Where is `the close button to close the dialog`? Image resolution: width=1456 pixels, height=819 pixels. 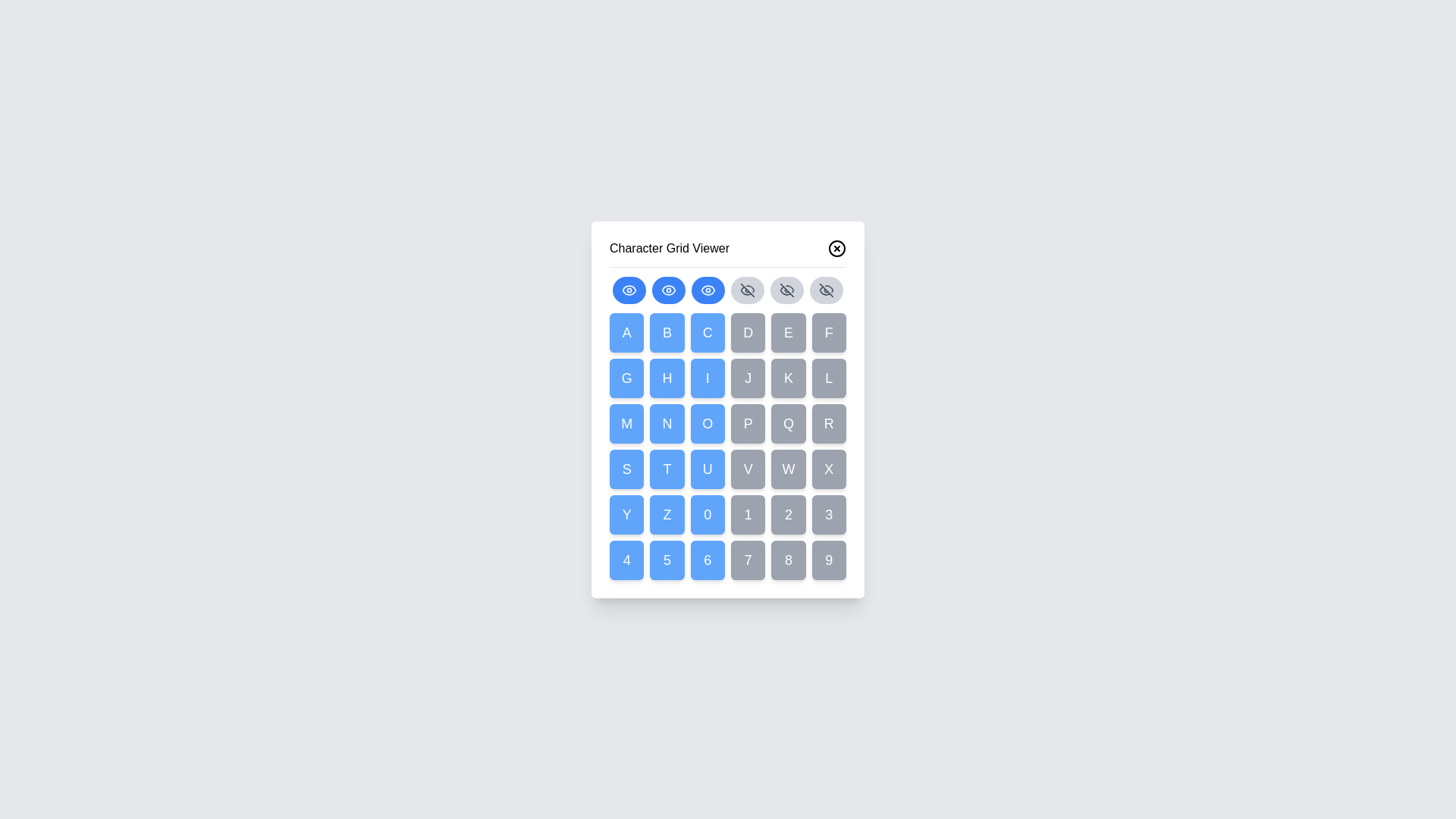 the close button to close the dialog is located at coordinates (836, 247).